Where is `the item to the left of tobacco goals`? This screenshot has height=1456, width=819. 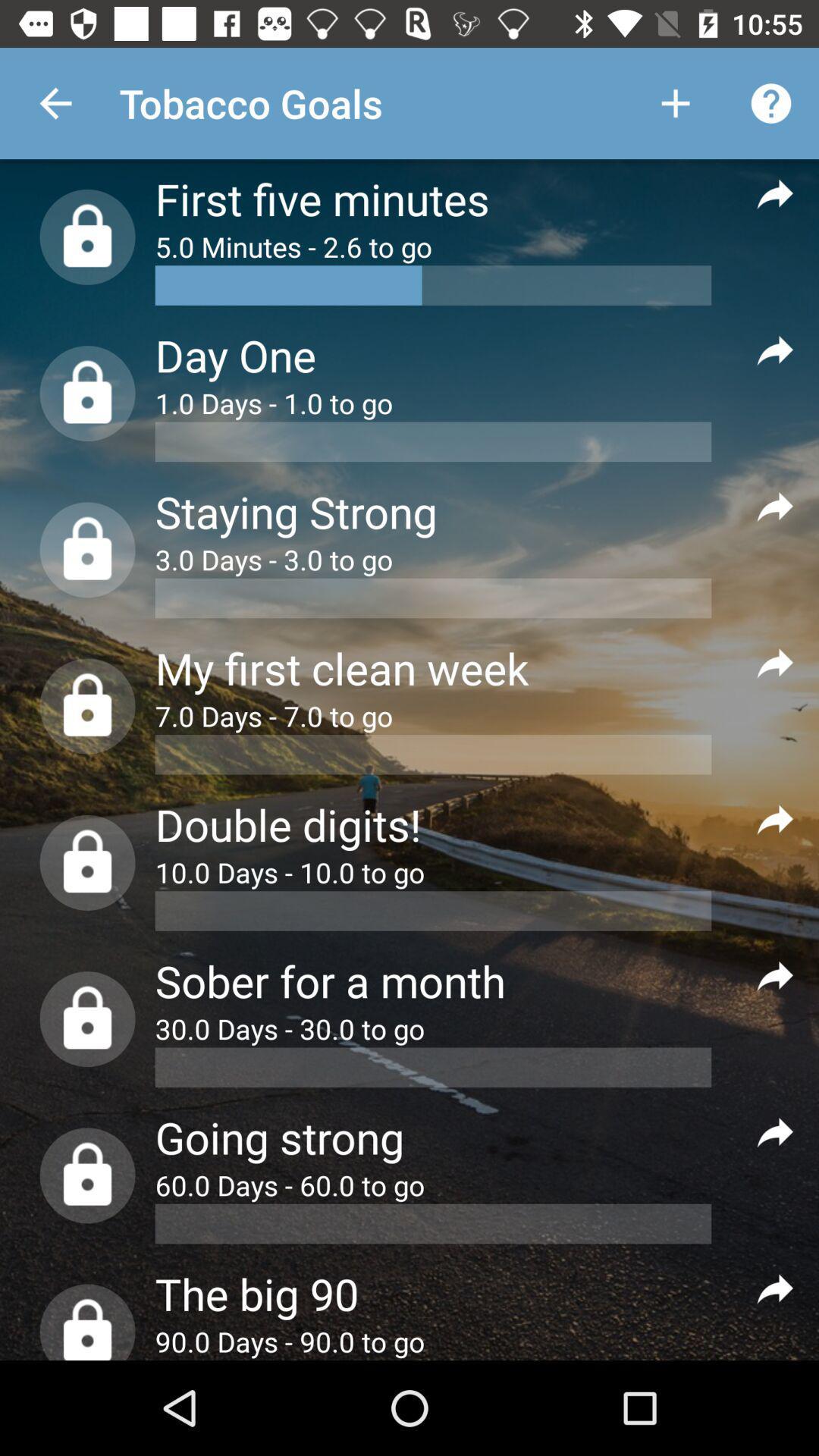
the item to the left of tobacco goals is located at coordinates (55, 102).